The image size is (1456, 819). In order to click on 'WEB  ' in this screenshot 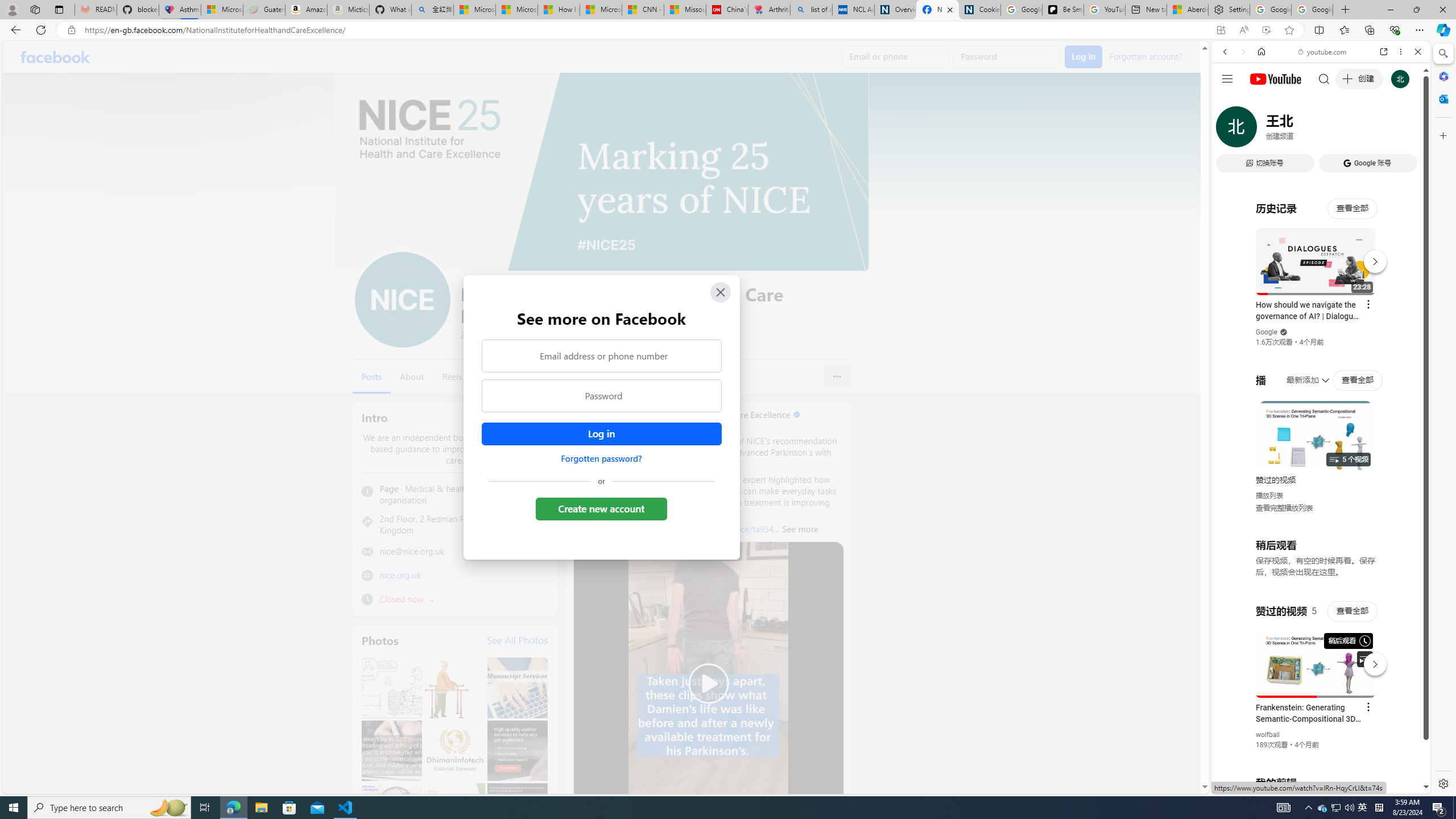, I will do `click(1230, 130)`.